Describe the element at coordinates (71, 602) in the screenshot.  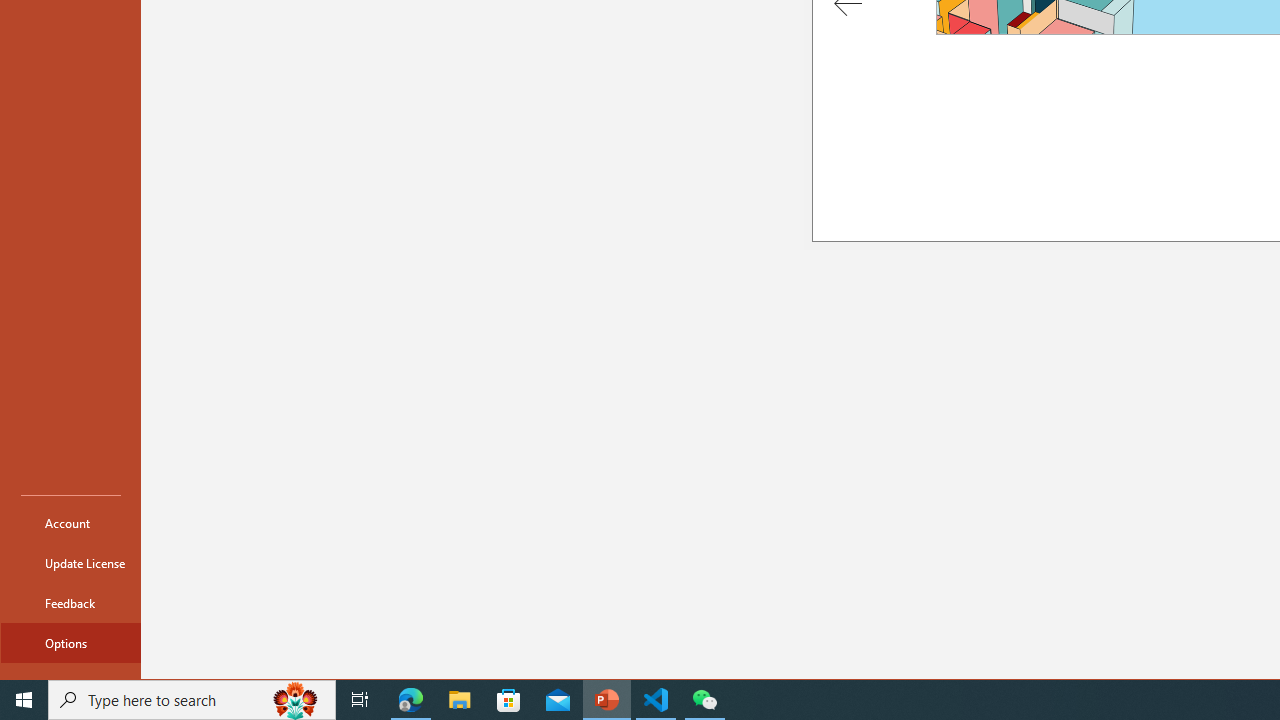
I see `'Feedback'` at that location.